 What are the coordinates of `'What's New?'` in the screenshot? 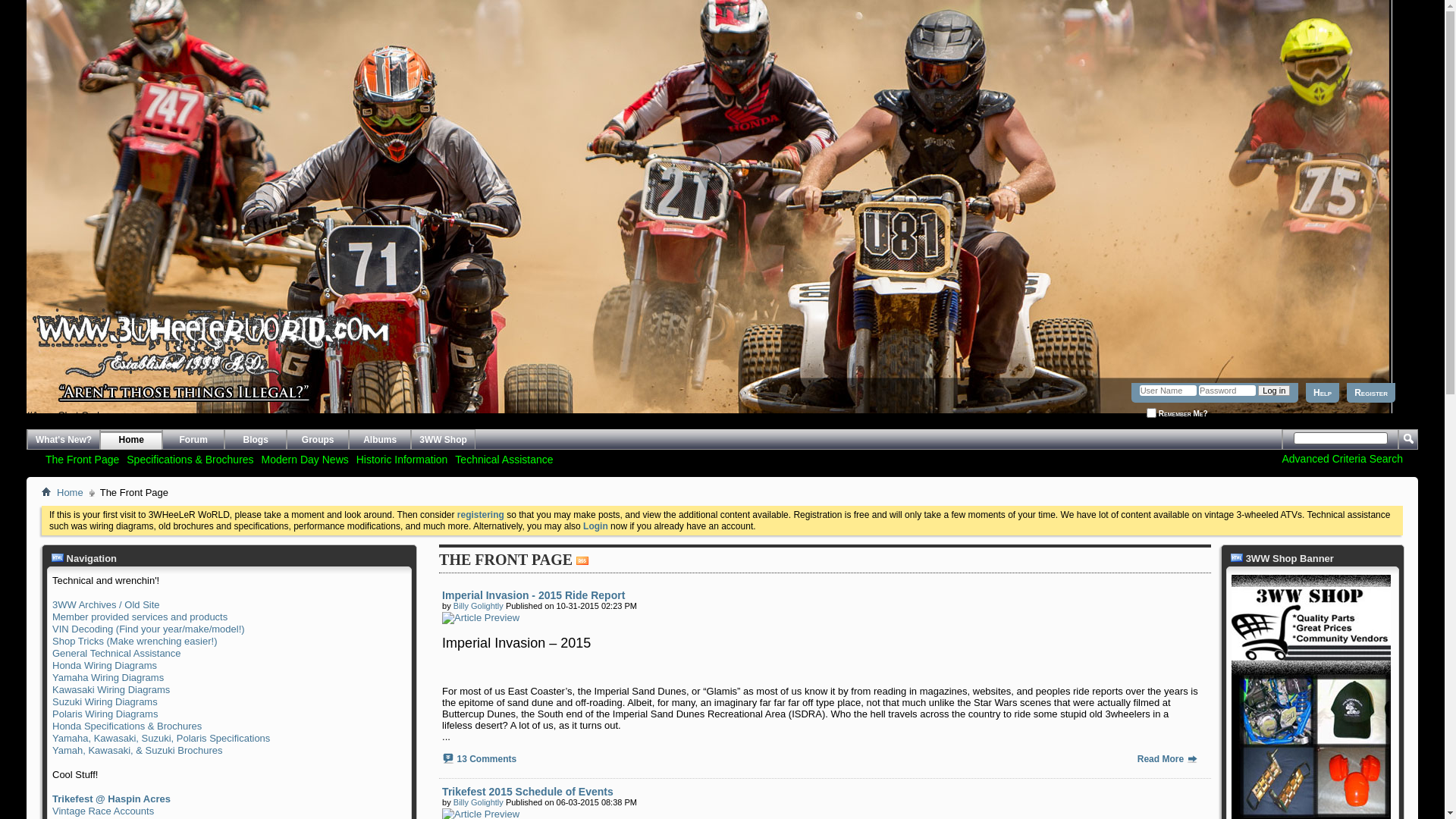 It's located at (27, 439).